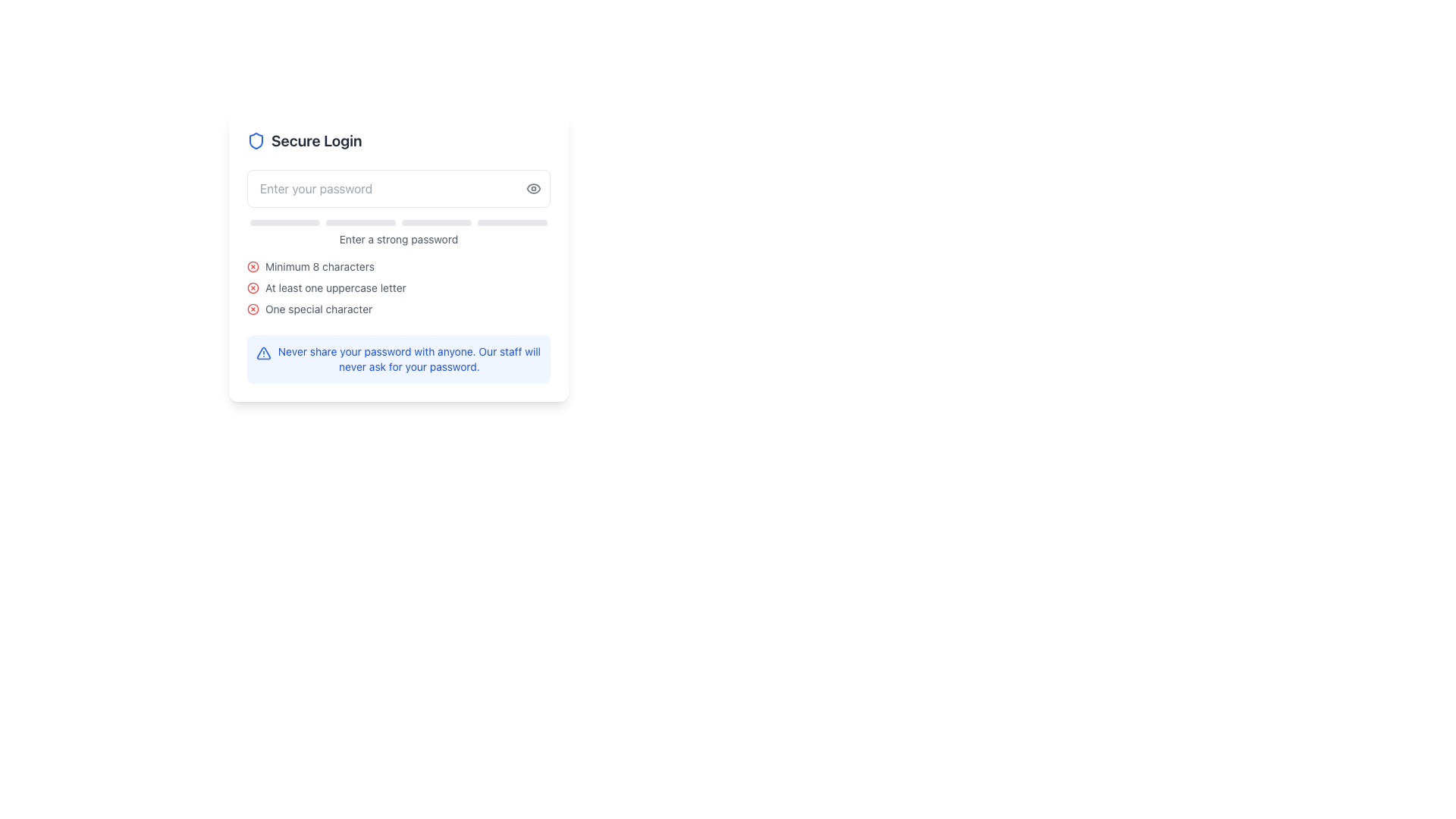  What do you see at coordinates (534, 188) in the screenshot?
I see `the IconButton used to toggle the visibility of the password in the password input field, which is positioned at the far right side of the input field` at bounding box center [534, 188].